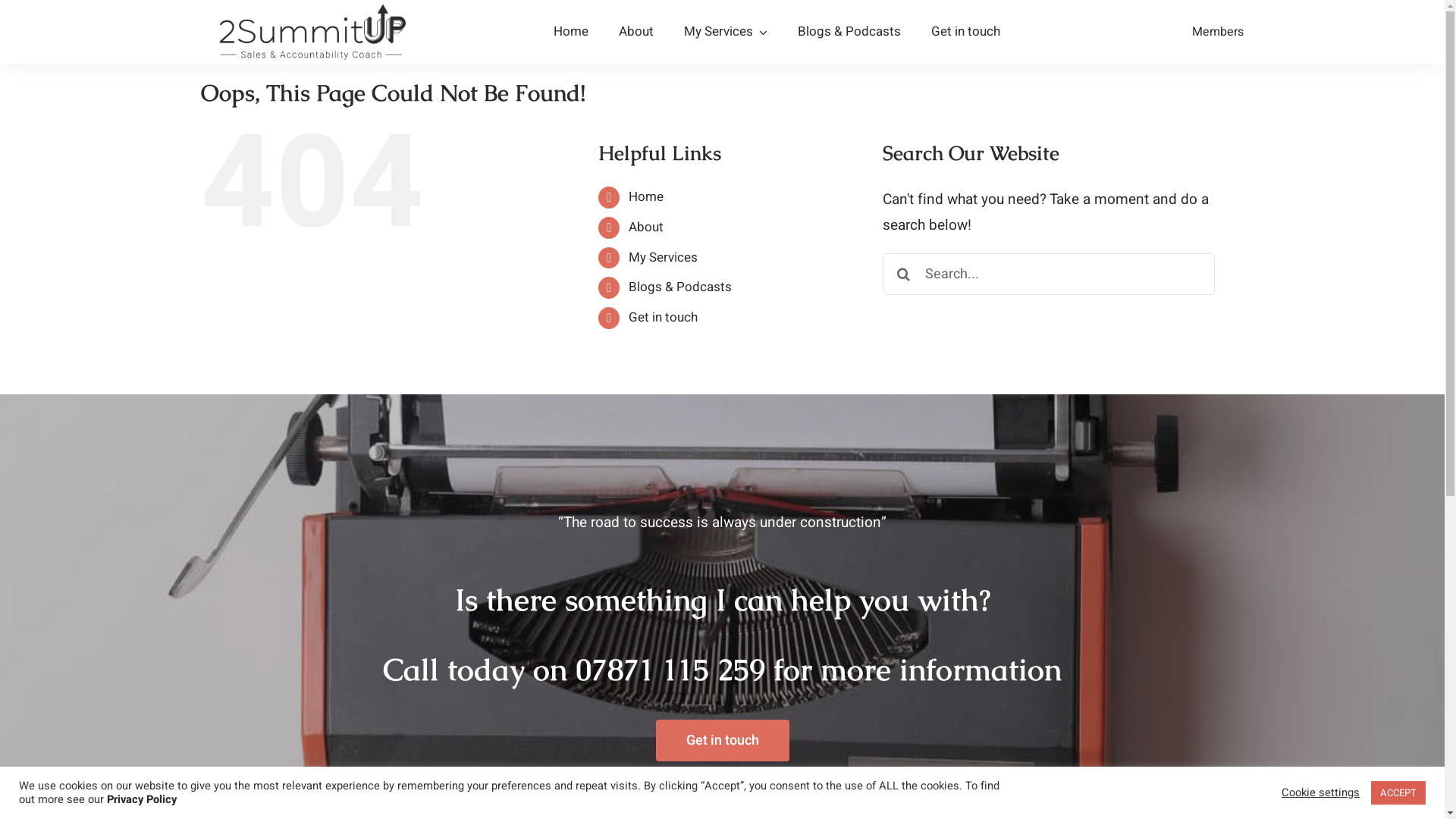  What do you see at coordinates (142, 799) in the screenshot?
I see `'Privacy Policy'` at bounding box center [142, 799].